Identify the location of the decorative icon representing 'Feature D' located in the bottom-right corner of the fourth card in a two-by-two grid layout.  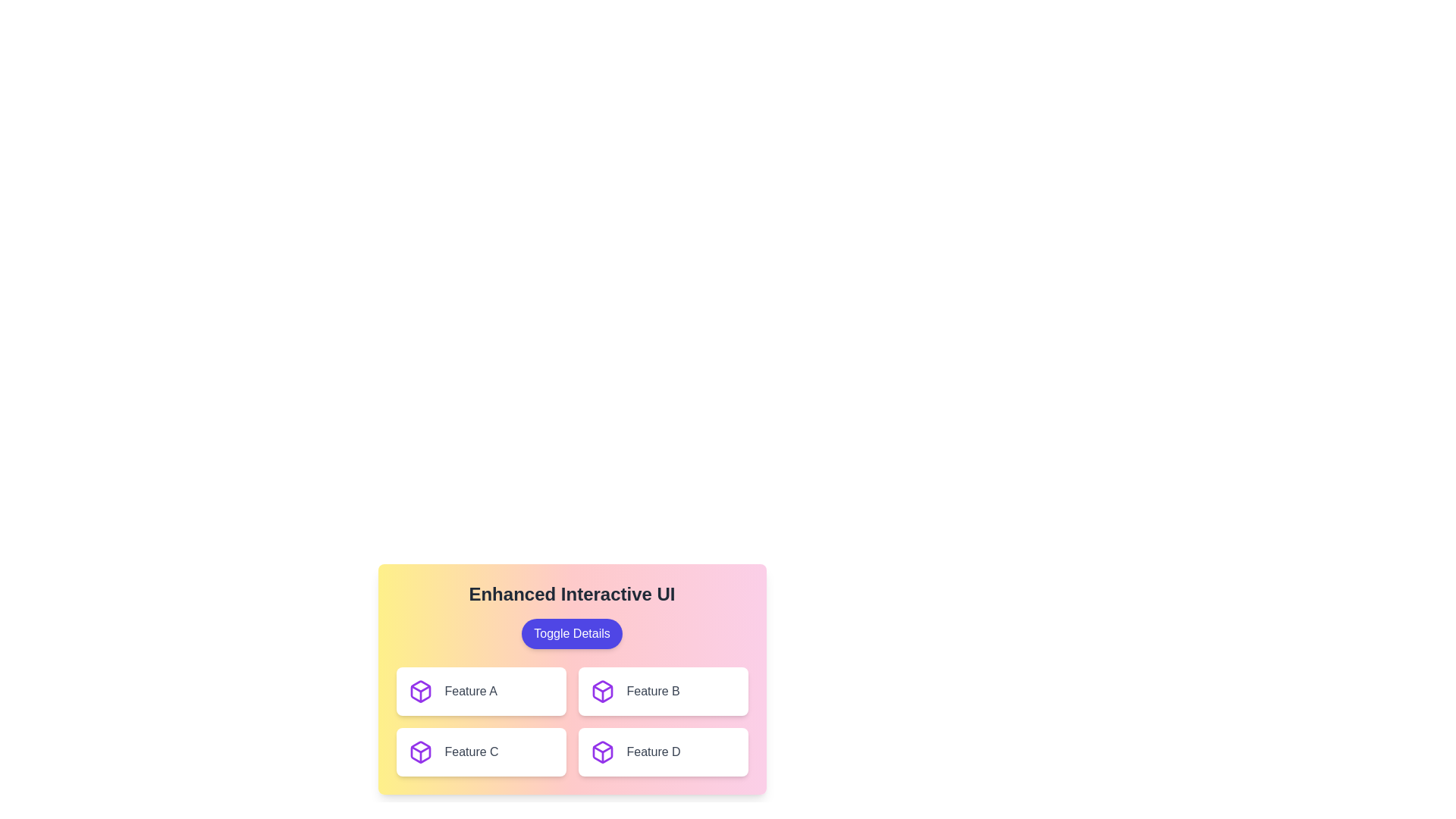
(601, 752).